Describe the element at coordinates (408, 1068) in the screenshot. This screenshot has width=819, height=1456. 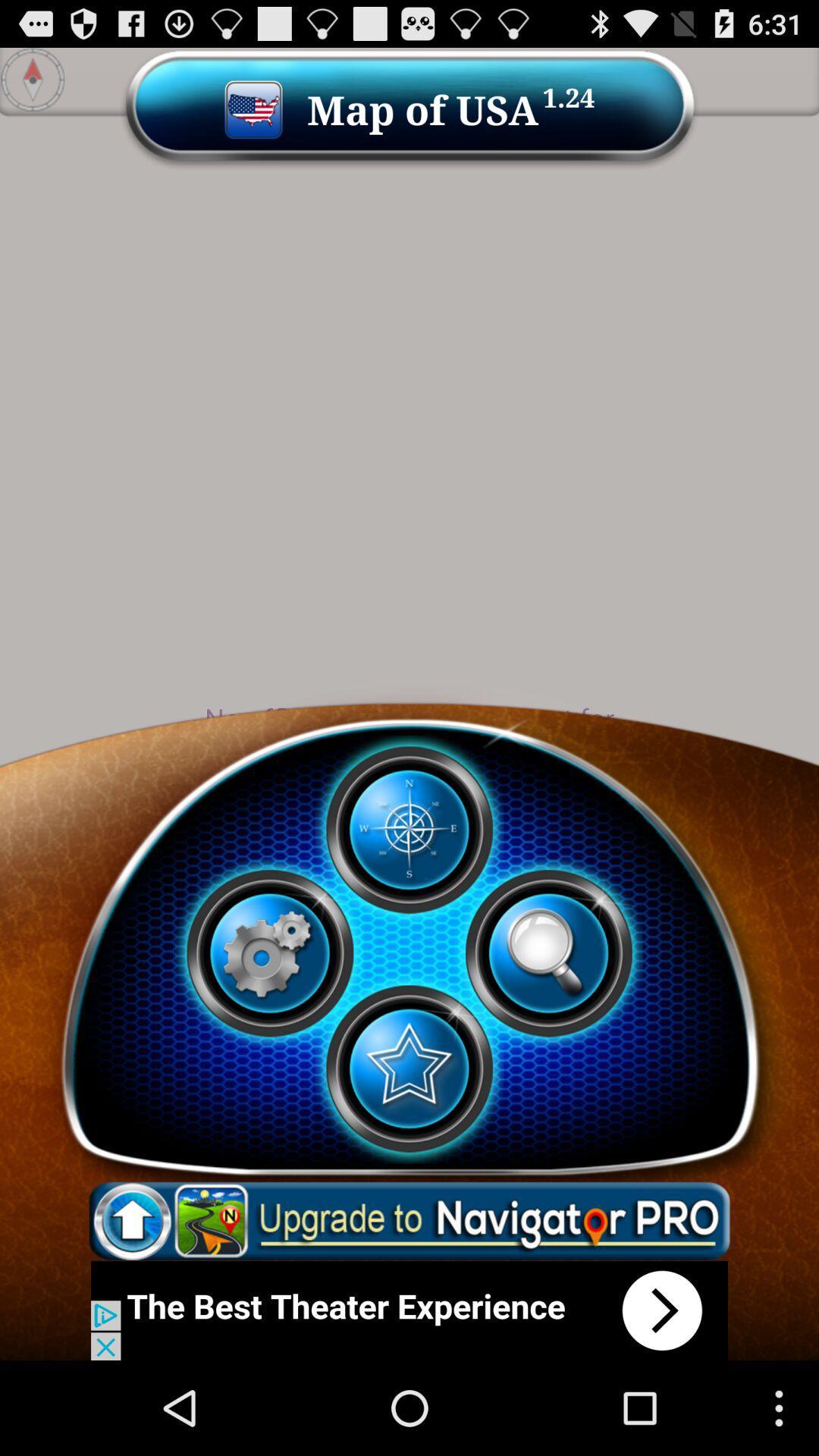
I see `open favorites` at that location.